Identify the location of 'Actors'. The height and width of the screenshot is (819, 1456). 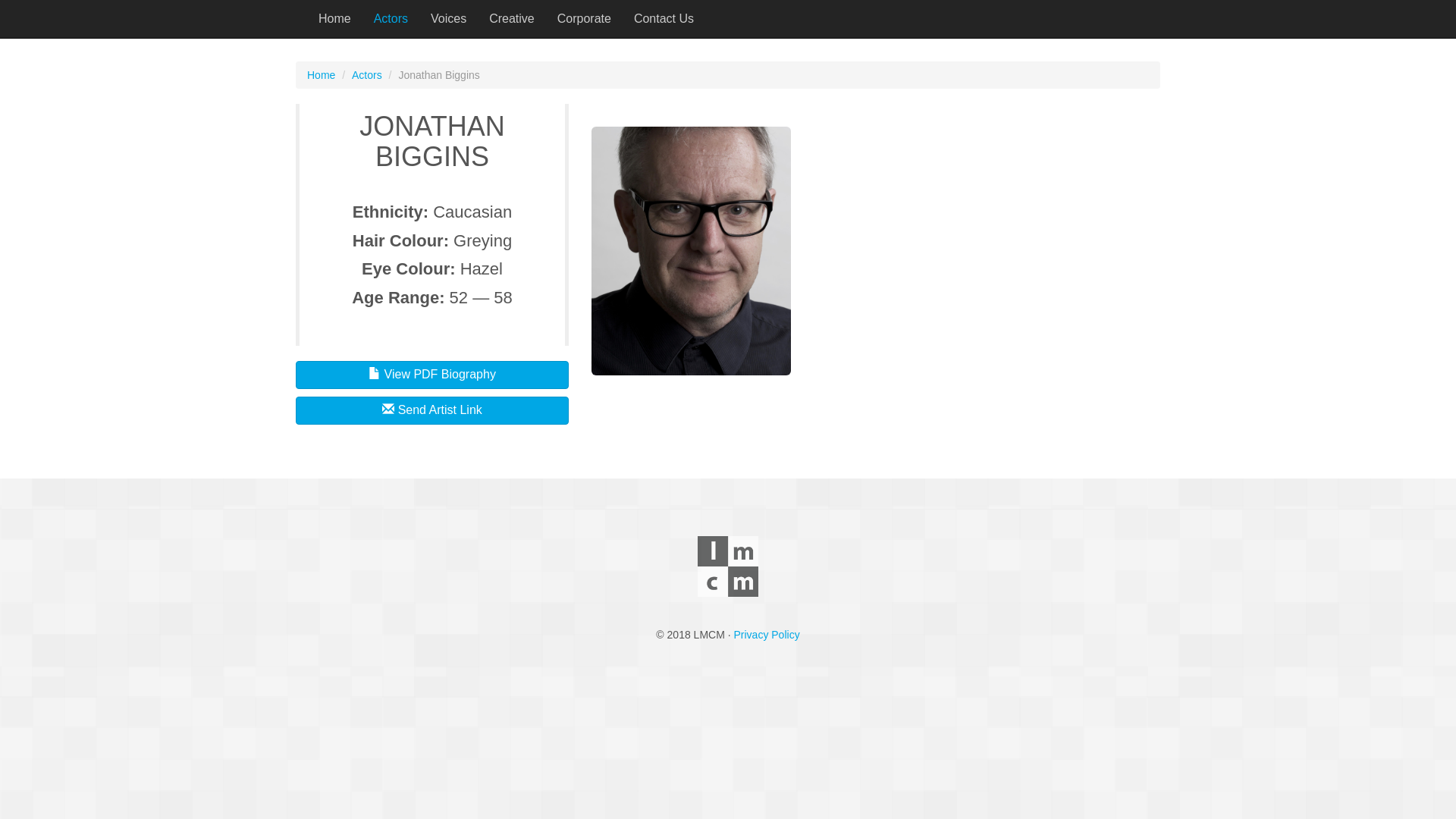
(391, 18).